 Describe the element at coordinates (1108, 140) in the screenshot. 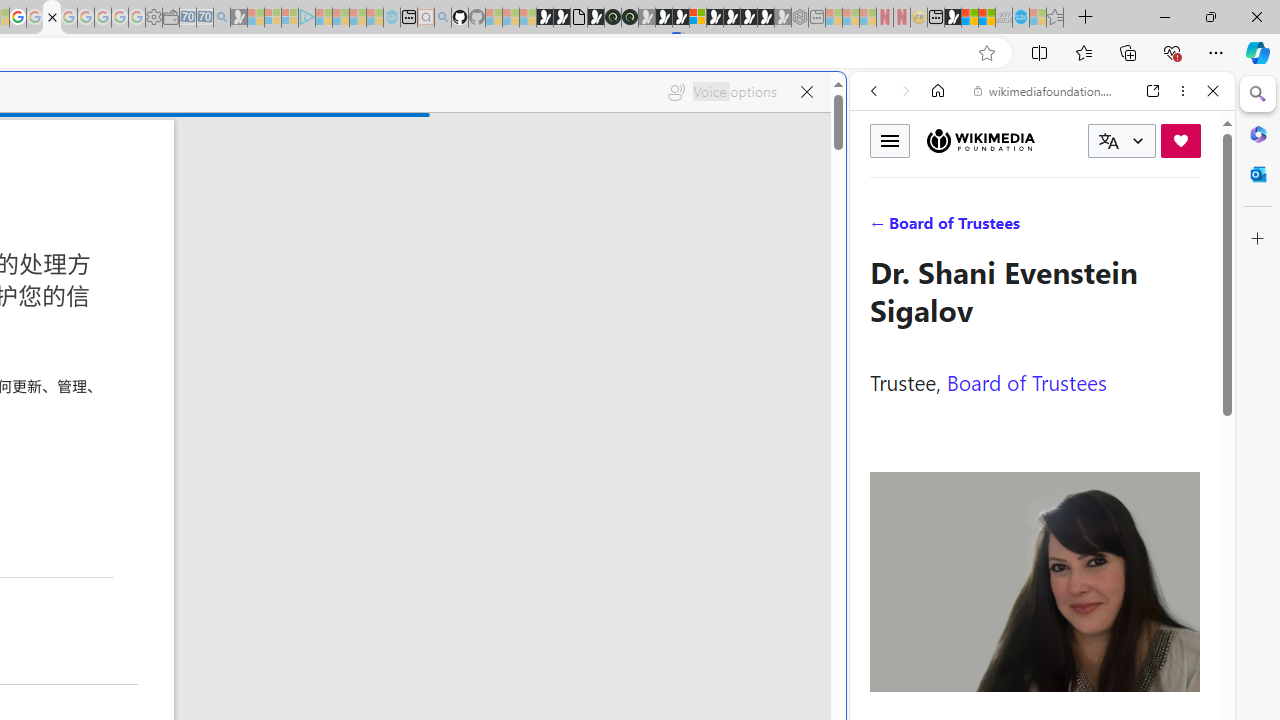

I see `'Class: i icon icon-translate language-switcher__icon'` at that location.